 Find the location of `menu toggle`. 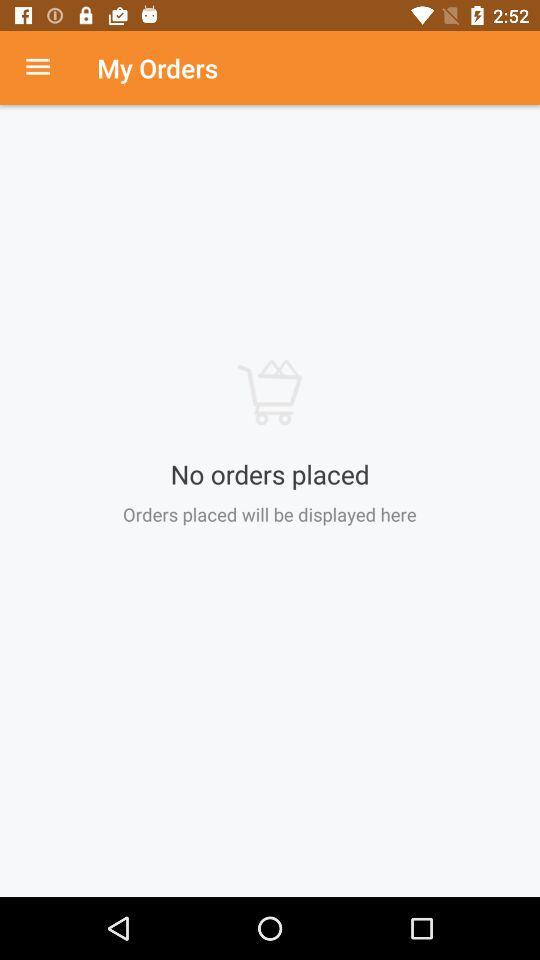

menu toggle is located at coordinates (48, 68).